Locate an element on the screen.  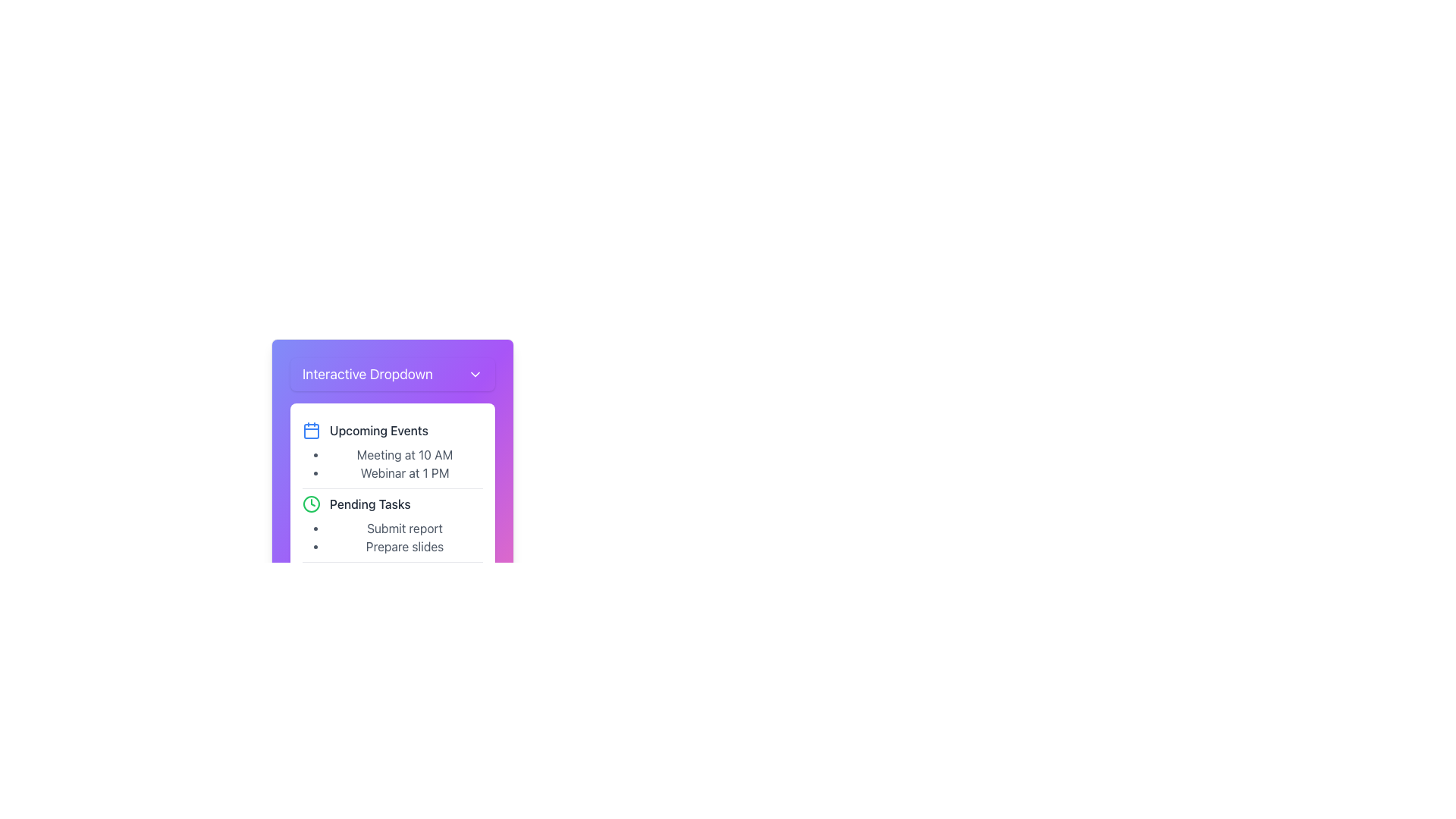
the dropdown menu icon located at the top-right corner of the 'Interactive Dropdown' button is located at coordinates (475, 374).